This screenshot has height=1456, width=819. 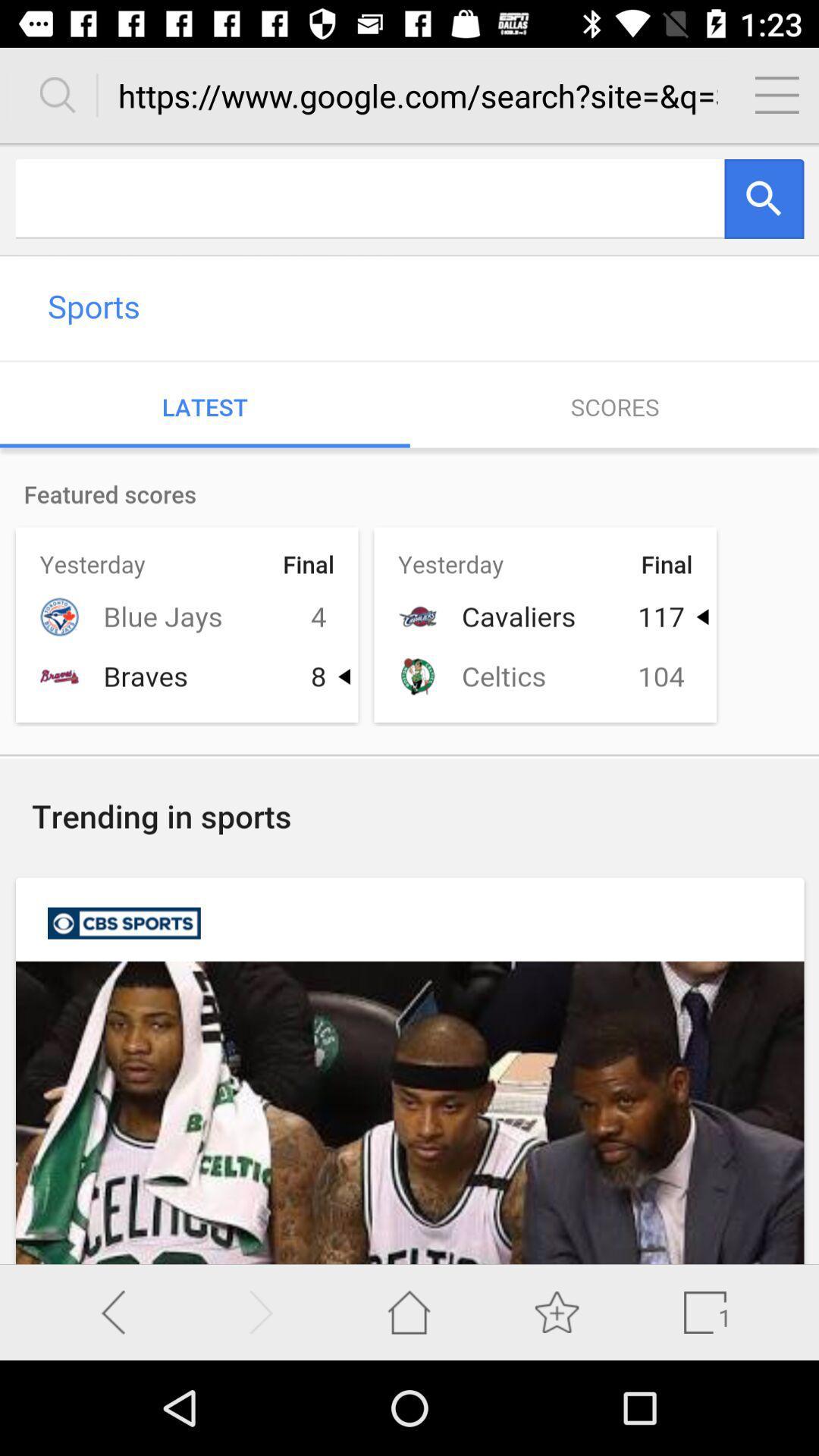 I want to click on the menu page, so click(x=777, y=94).